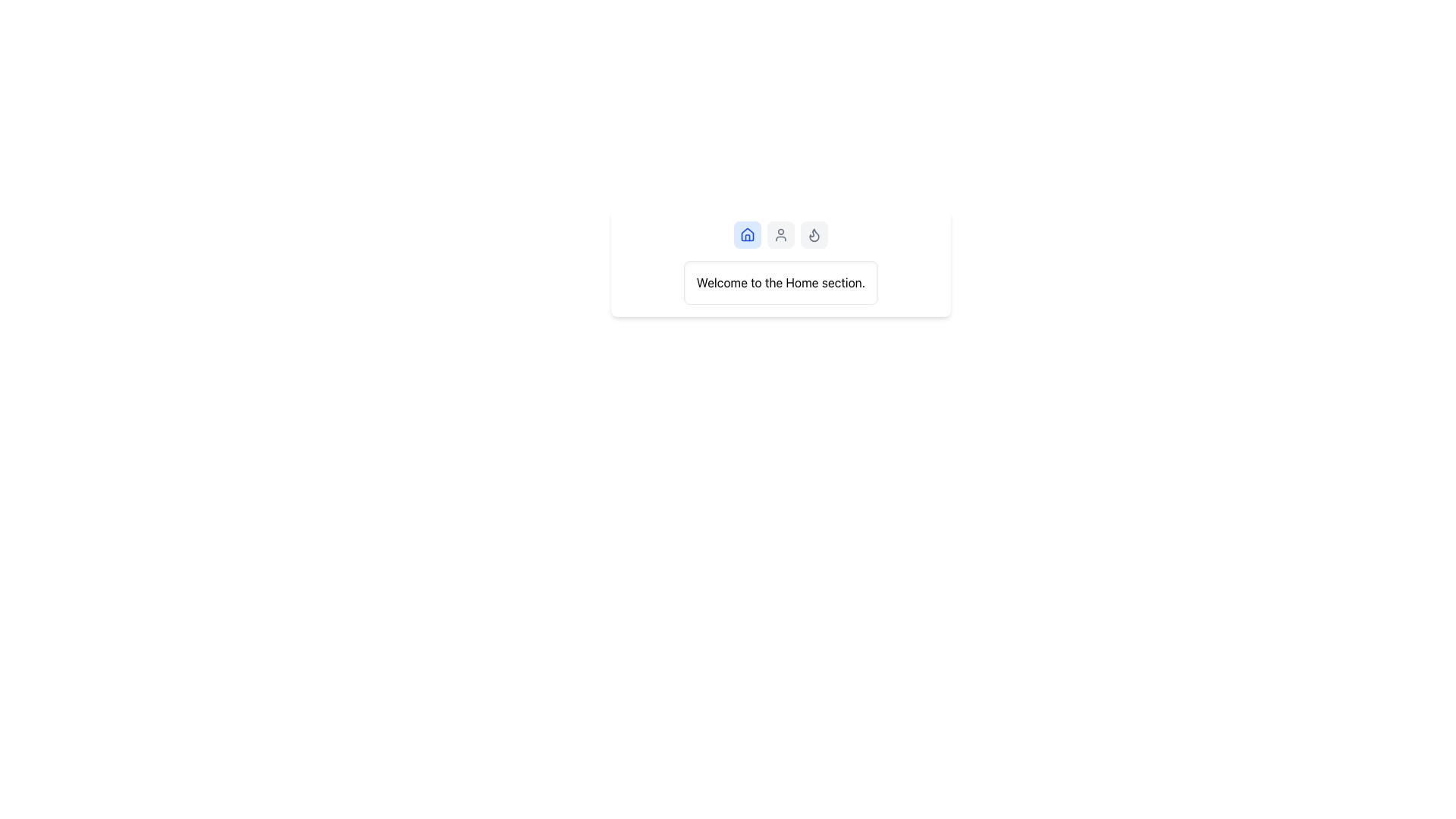 This screenshot has width=1456, height=819. Describe the element at coordinates (747, 234) in the screenshot. I see `the 'Home' icon, which is the leftmost icon in a horizontal sequence of three icons, positioned in the center of the interface, directly above the text 'Welcome to the Home section.'` at that location.